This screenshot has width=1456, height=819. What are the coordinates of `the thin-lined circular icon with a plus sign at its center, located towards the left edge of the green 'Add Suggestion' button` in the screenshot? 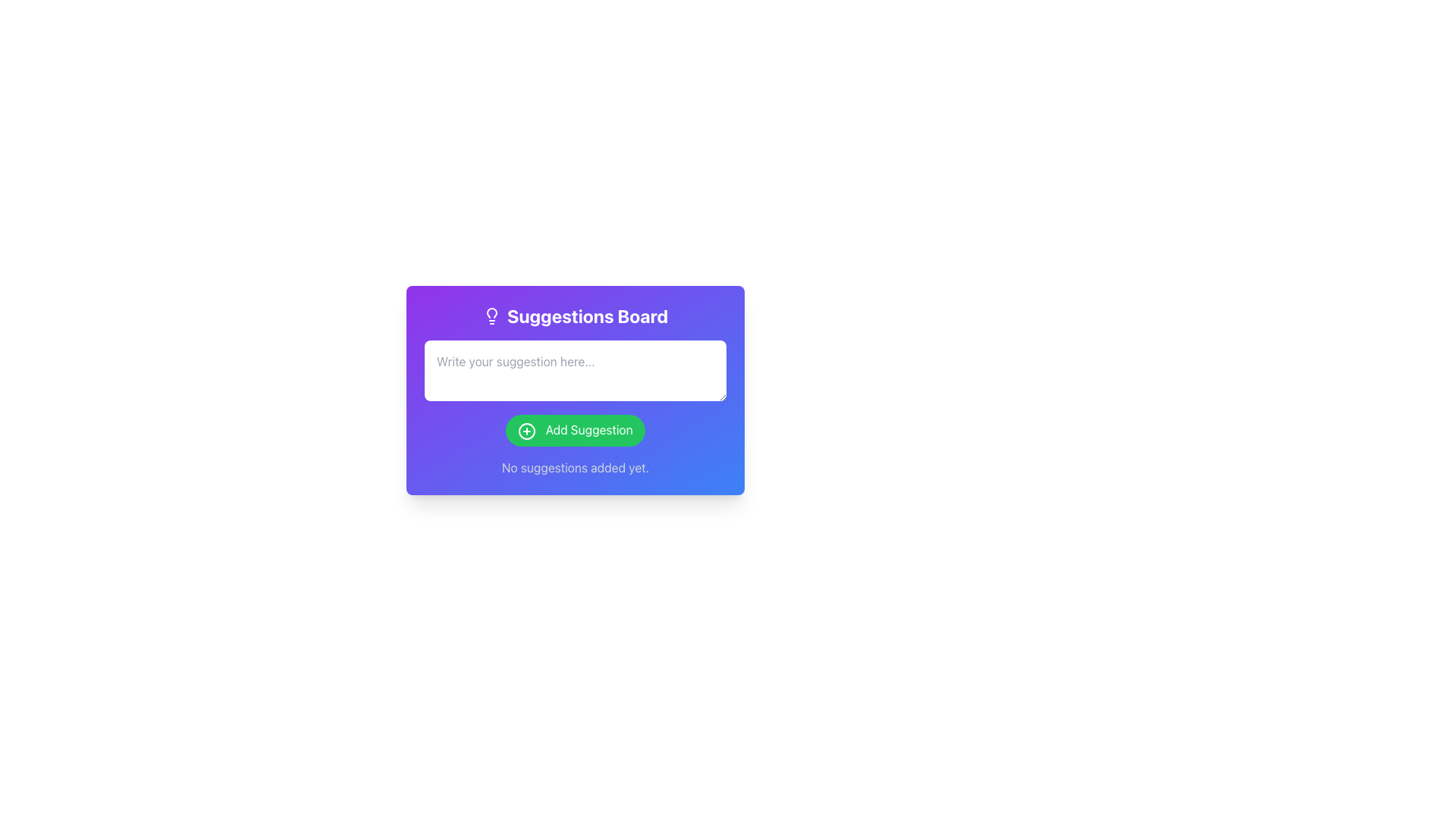 It's located at (527, 431).